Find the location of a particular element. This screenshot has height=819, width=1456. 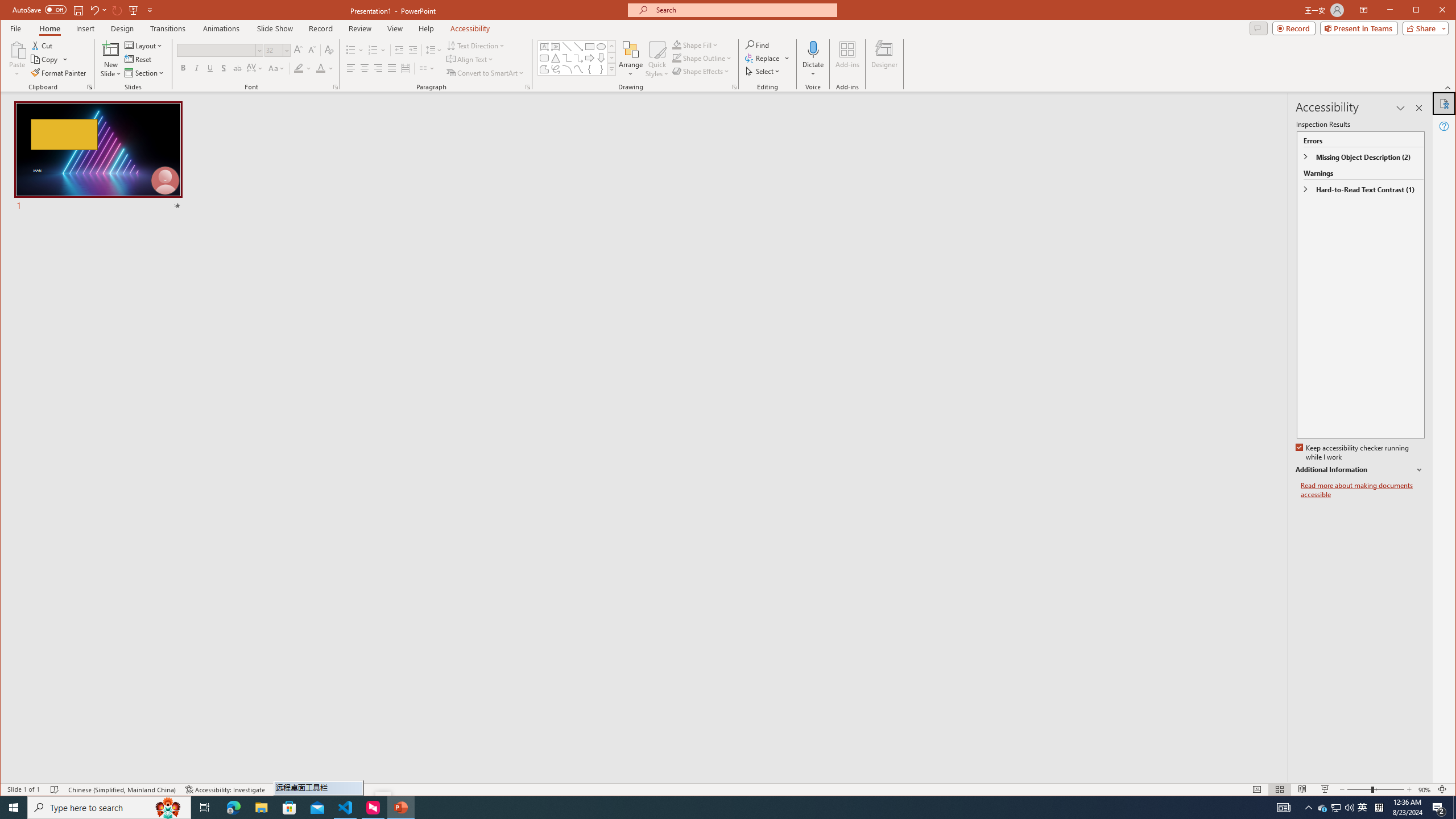

'Format Object...' is located at coordinates (733, 87).